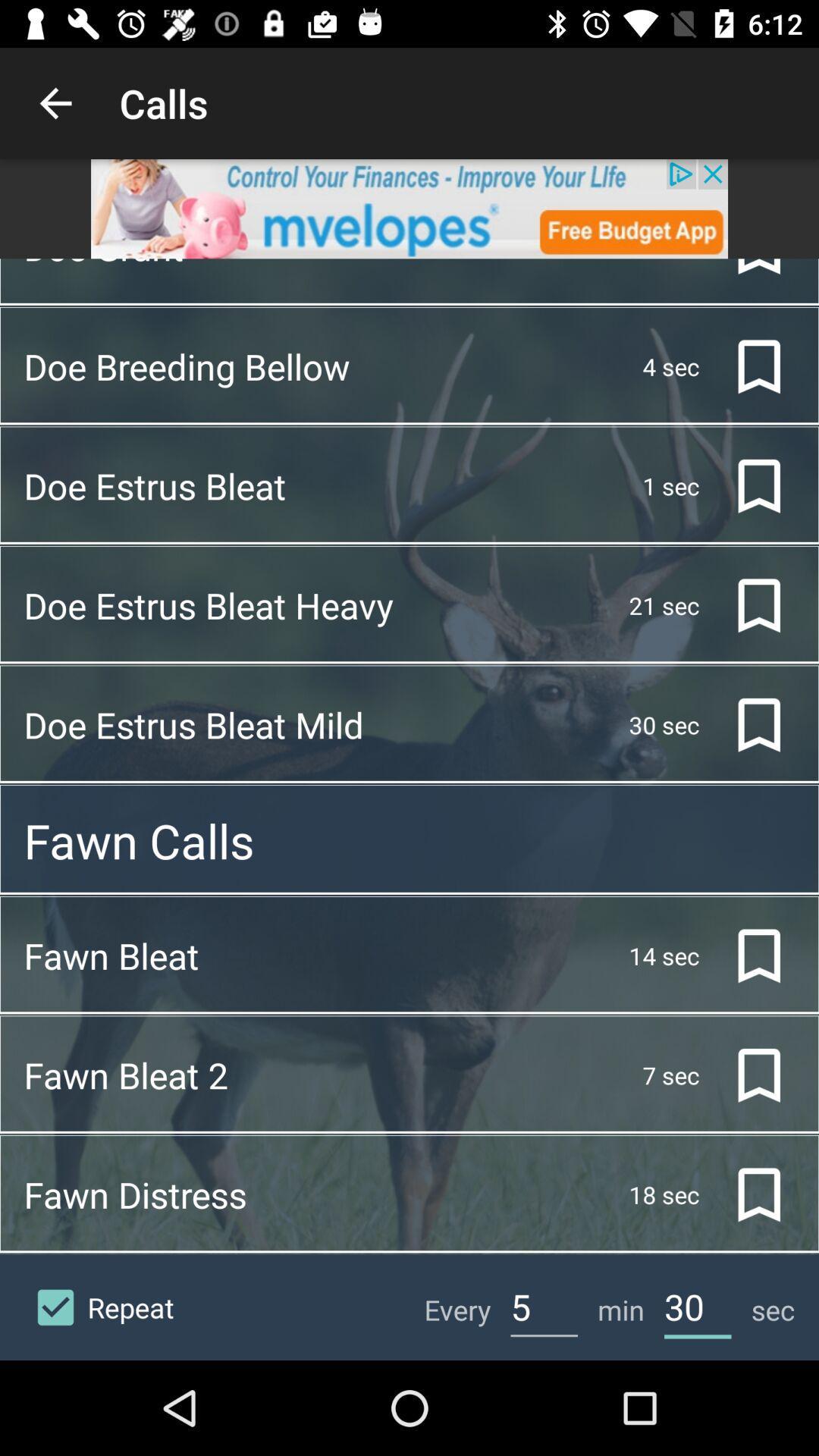 This screenshot has height=1456, width=819. Describe the element at coordinates (746, 366) in the screenshot. I see `the bookmark icon` at that location.